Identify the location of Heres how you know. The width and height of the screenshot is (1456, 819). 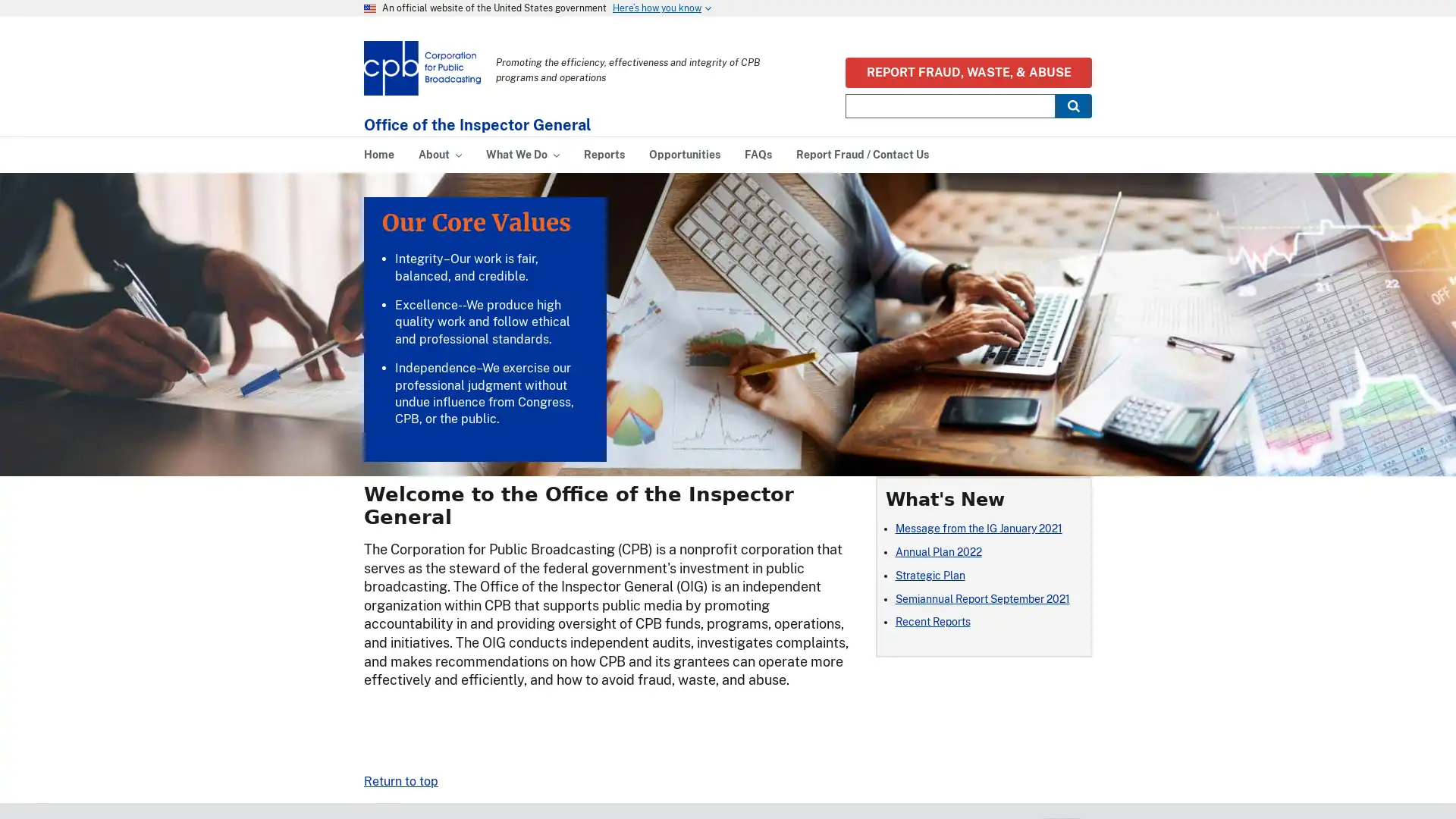
(662, 8).